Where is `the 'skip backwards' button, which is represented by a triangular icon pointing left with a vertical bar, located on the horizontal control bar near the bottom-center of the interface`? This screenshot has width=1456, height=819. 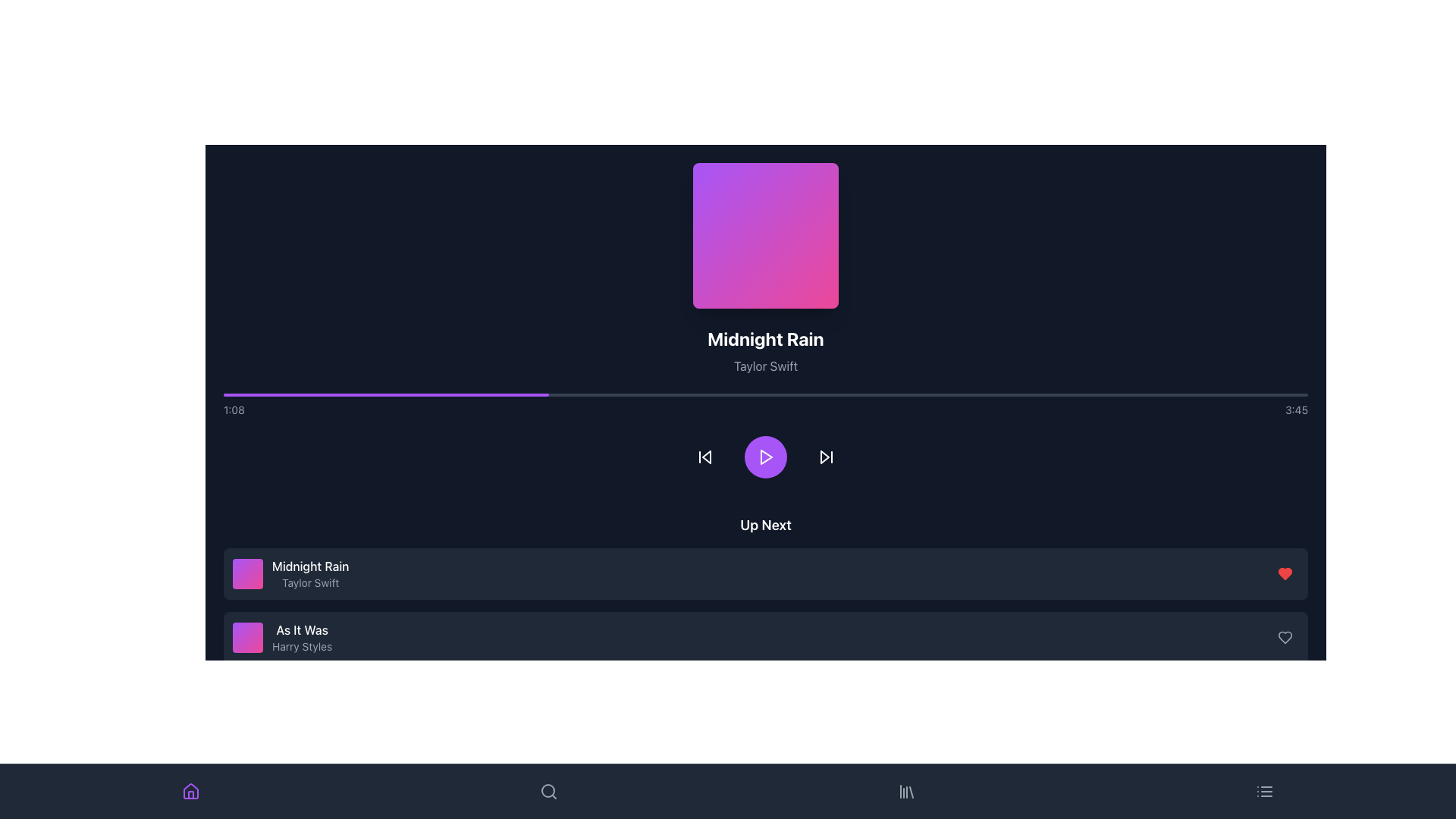 the 'skip backwards' button, which is represented by a triangular icon pointing left with a vertical bar, located on the horizontal control bar near the bottom-center of the interface is located at coordinates (704, 456).